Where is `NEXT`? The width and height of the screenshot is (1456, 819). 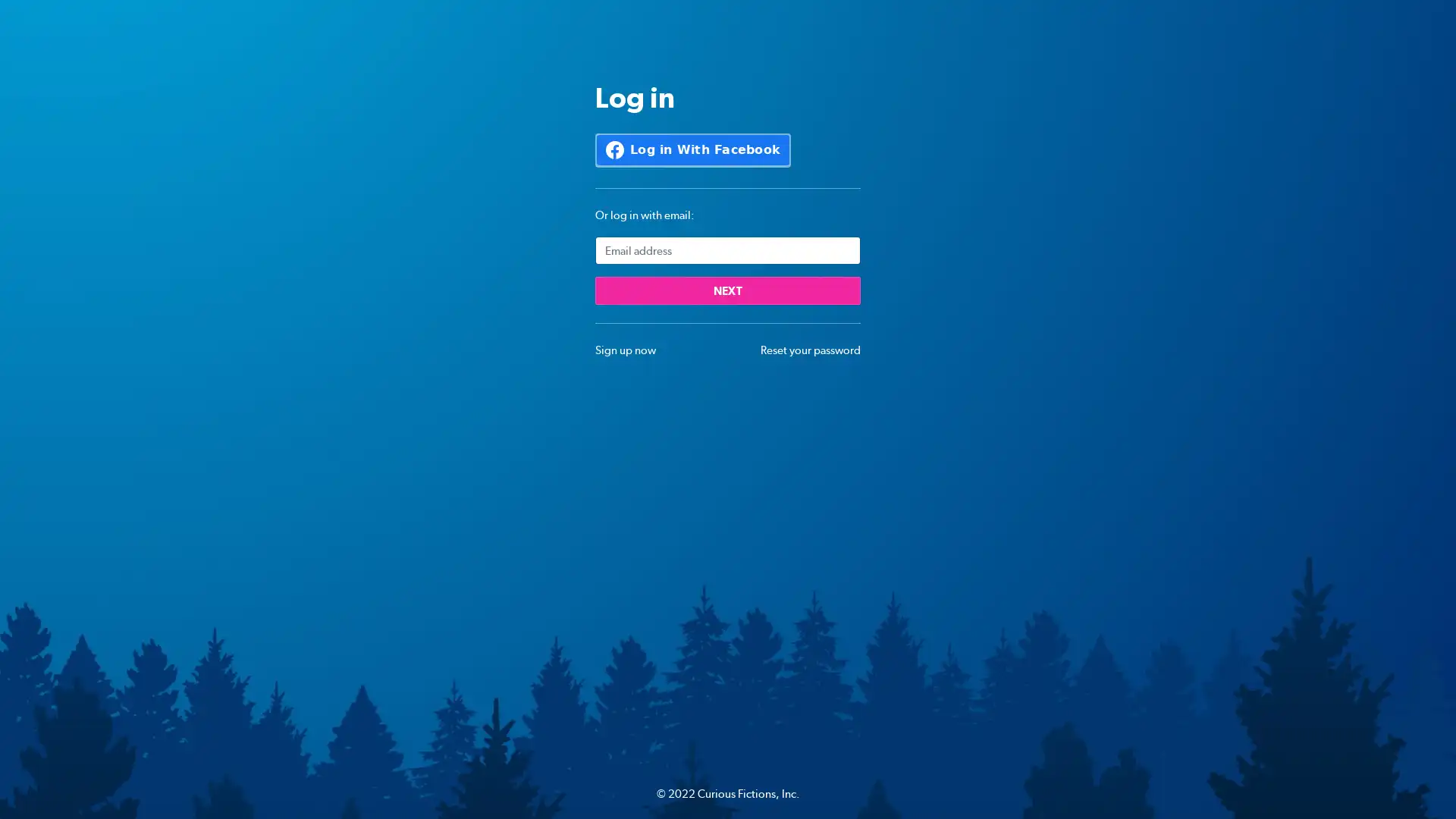 NEXT is located at coordinates (728, 290).